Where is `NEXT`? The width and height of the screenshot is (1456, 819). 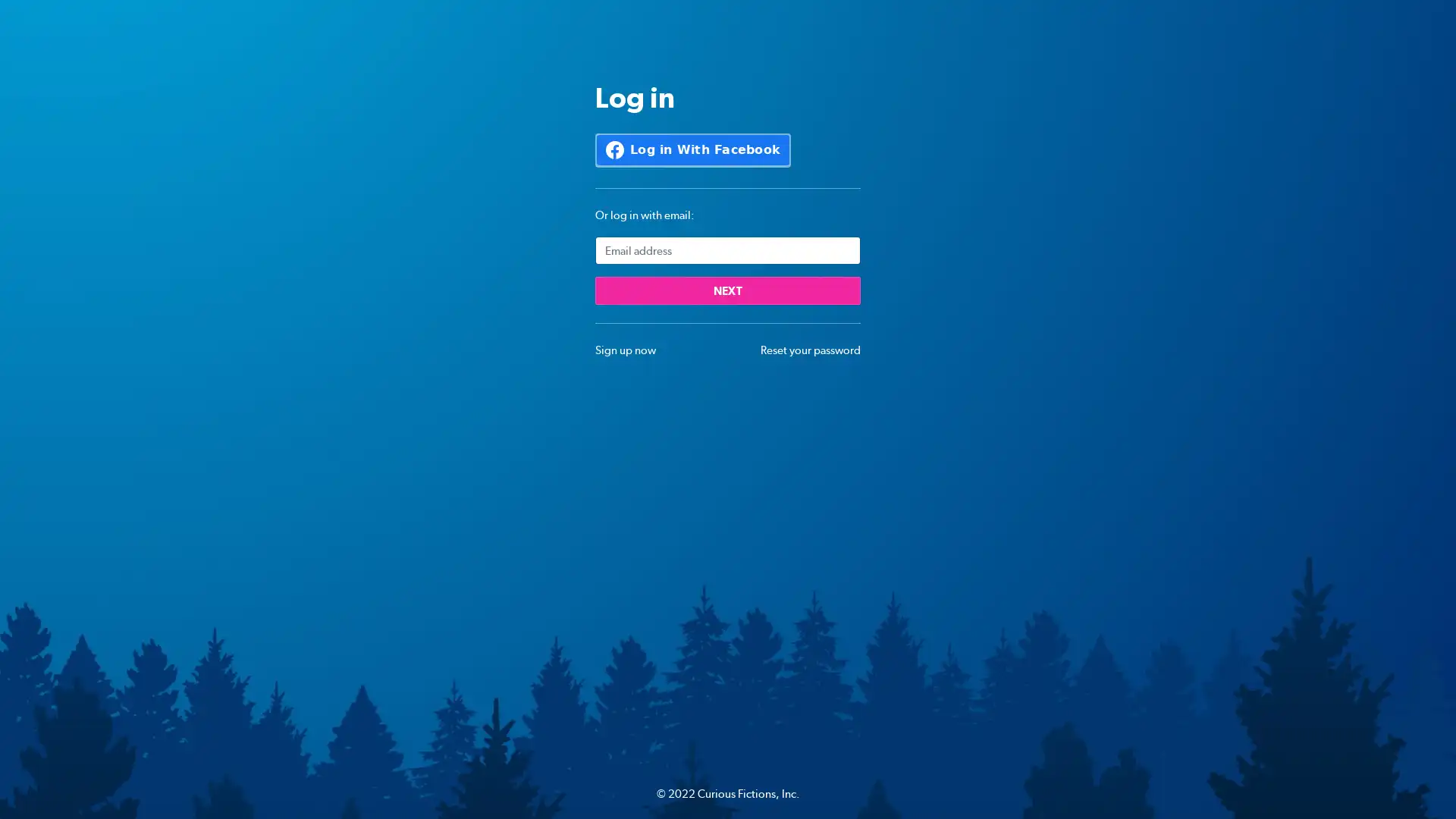 NEXT is located at coordinates (728, 290).